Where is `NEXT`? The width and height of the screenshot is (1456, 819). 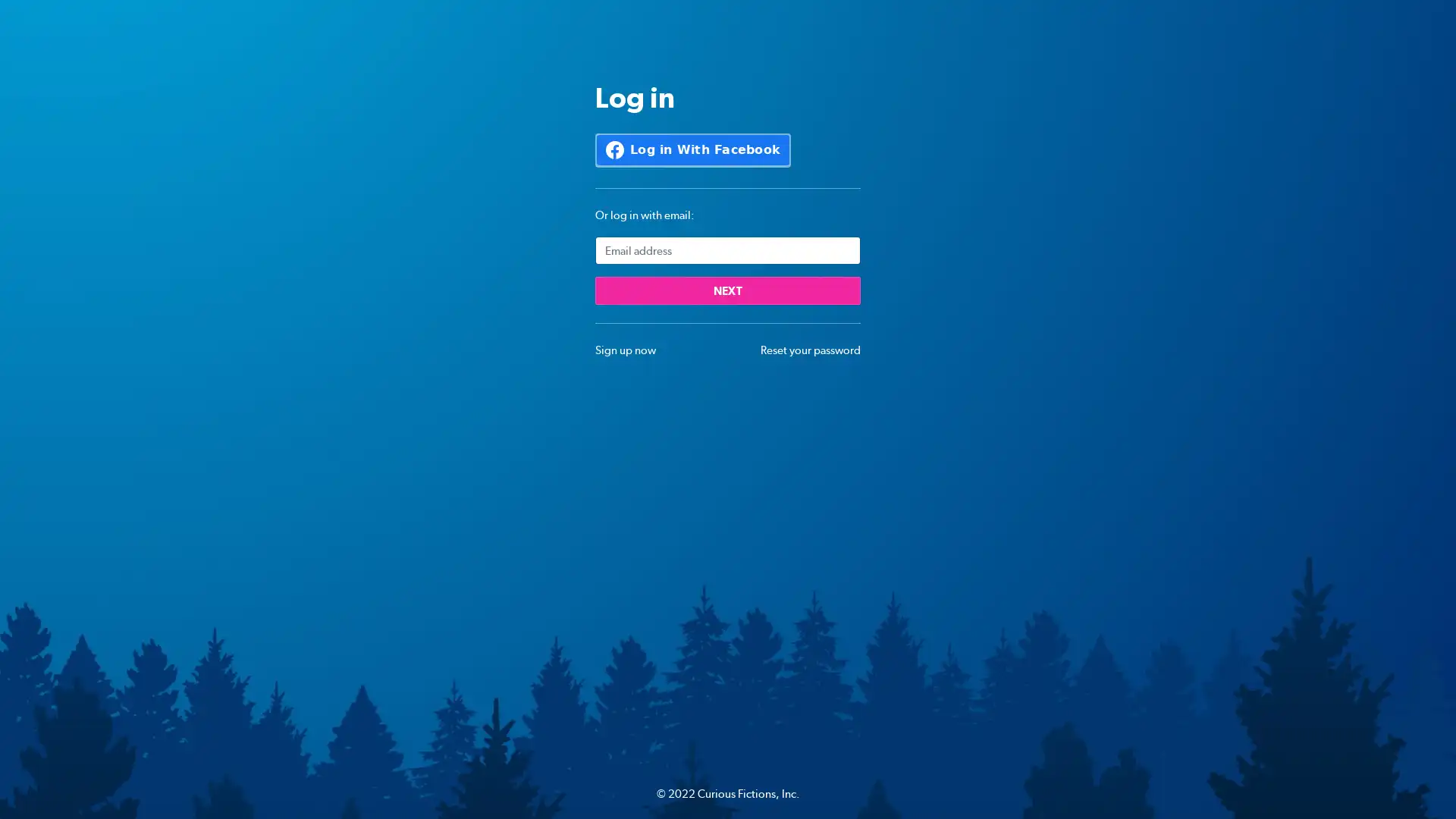 NEXT is located at coordinates (728, 290).